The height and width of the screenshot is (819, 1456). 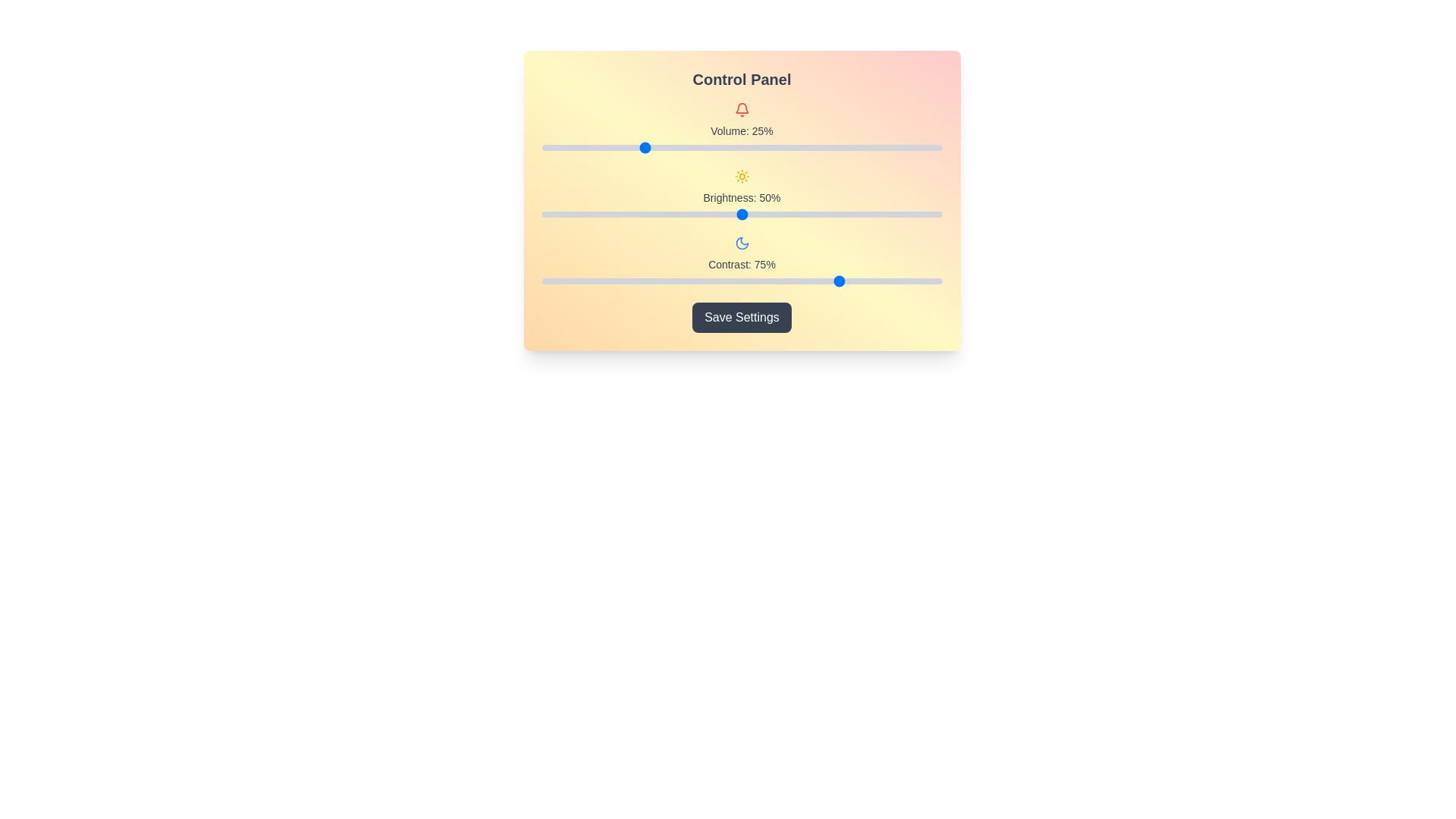 What do you see at coordinates (837, 281) in the screenshot?
I see `contrast level` at bounding box center [837, 281].